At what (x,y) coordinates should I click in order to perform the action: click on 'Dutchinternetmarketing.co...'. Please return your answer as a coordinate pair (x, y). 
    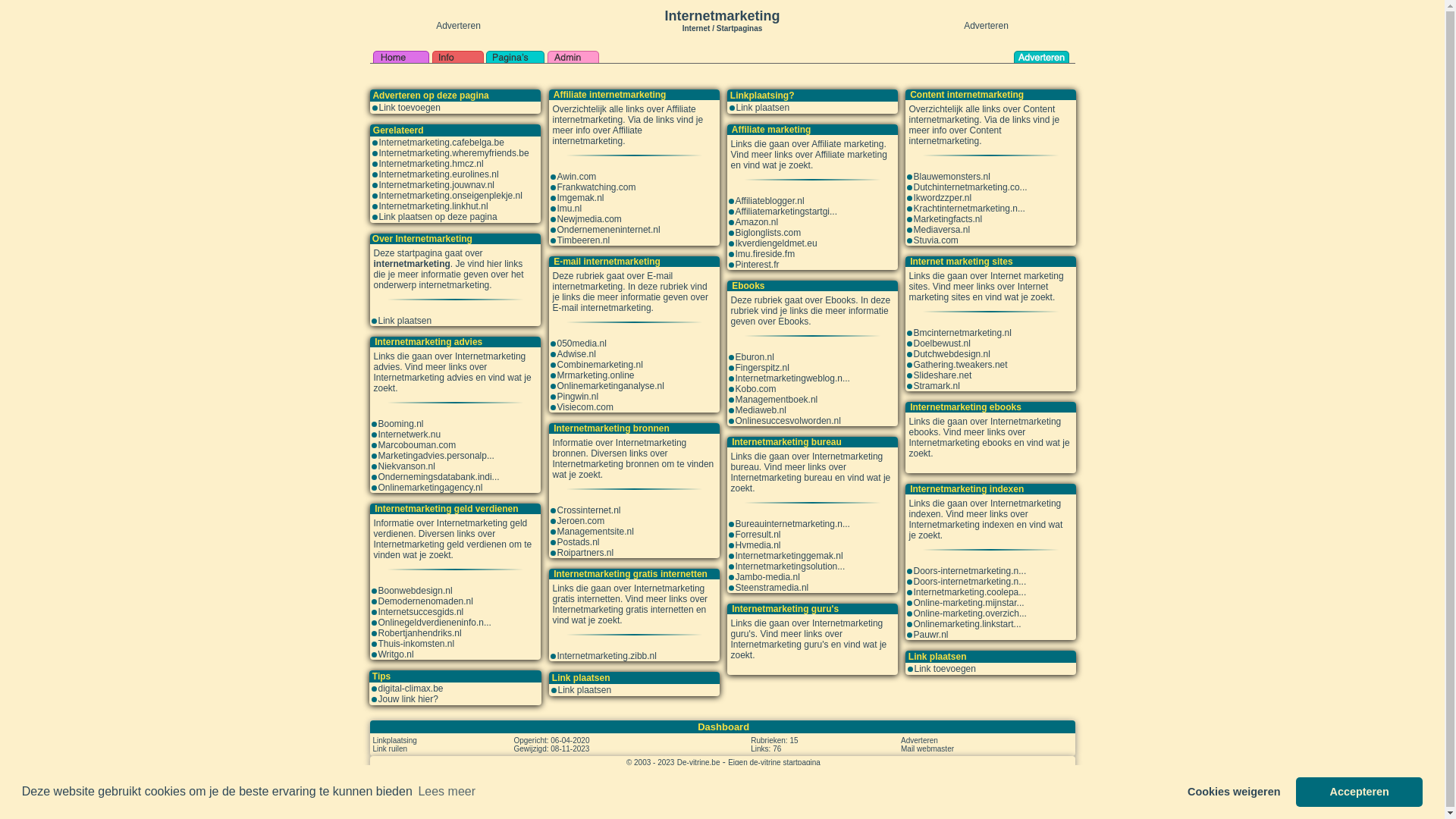
    Looking at the image, I should click on (968, 186).